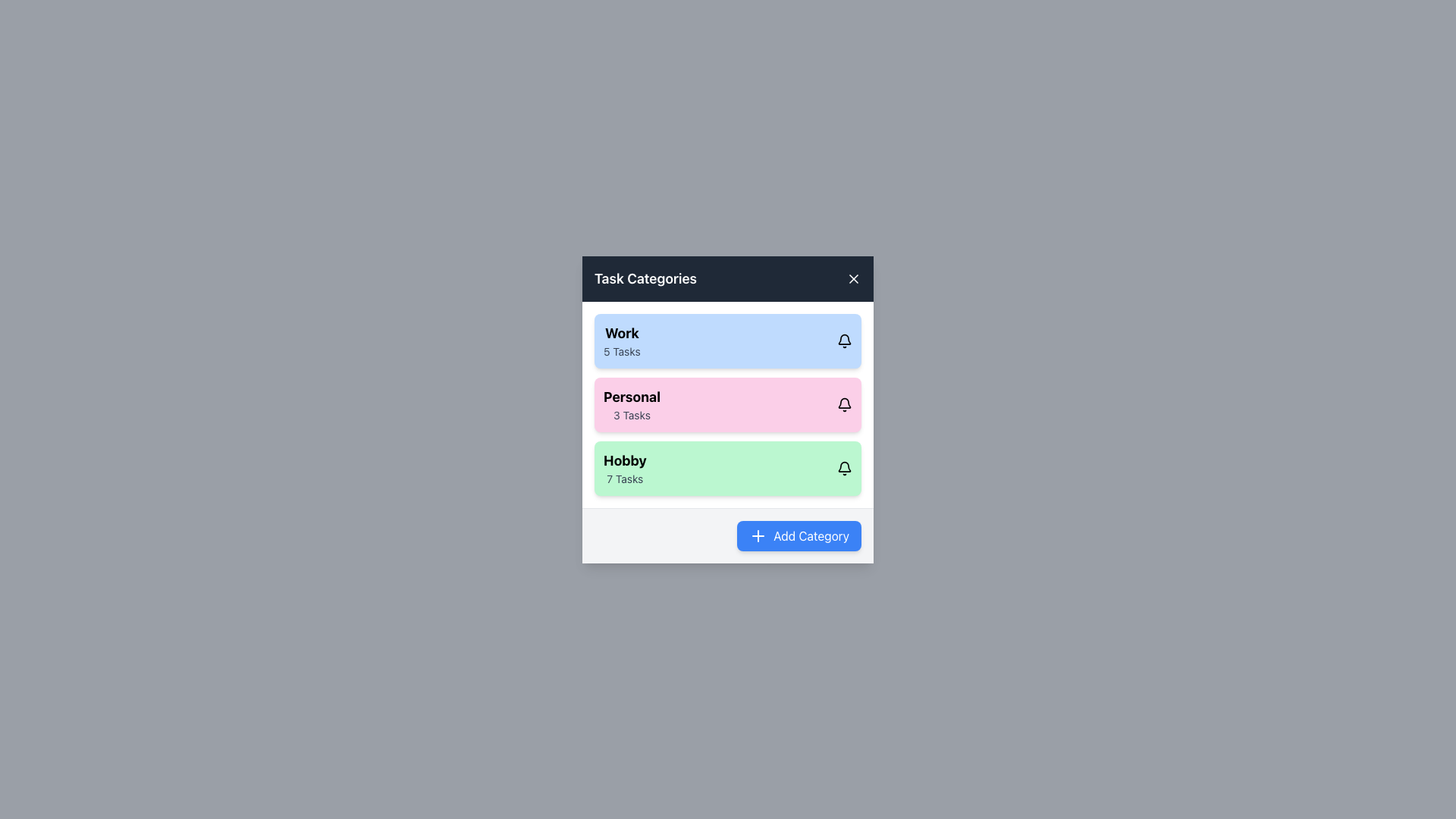 This screenshot has height=819, width=1456. I want to click on the 'Work' category text display at the top of the list, so click(622, 340).